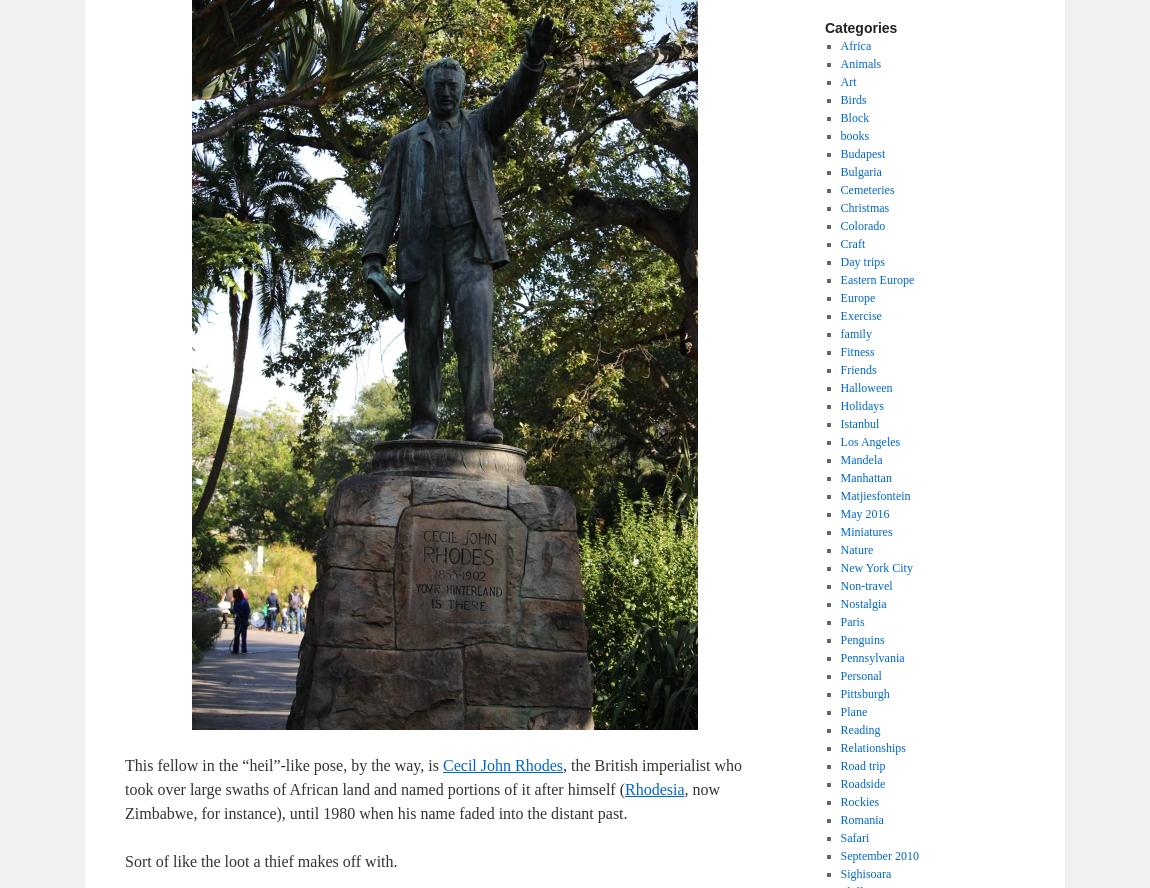 This screenshot has width=1150, height=888. Describe the element at coordinates (861, 764) in the screenshot. I see `'Road trip'` at that location.